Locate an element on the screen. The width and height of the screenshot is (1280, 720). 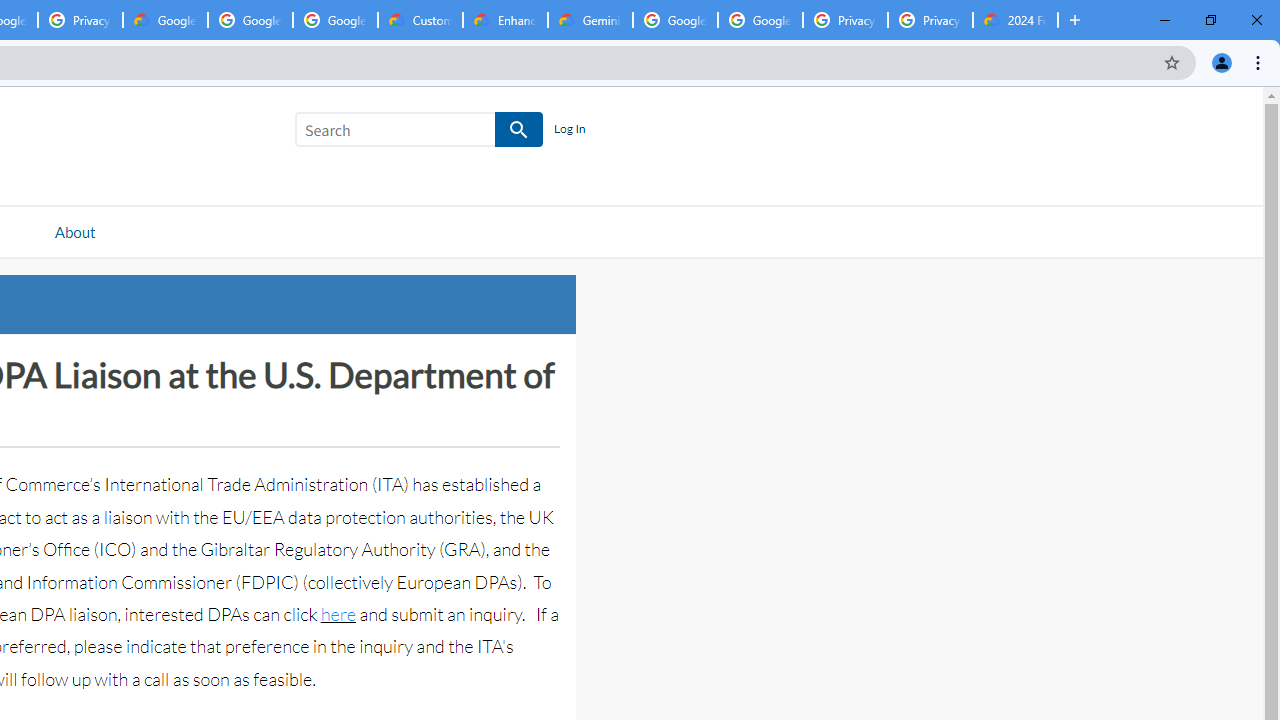
'Log In' is located at coordinates (568, 129).